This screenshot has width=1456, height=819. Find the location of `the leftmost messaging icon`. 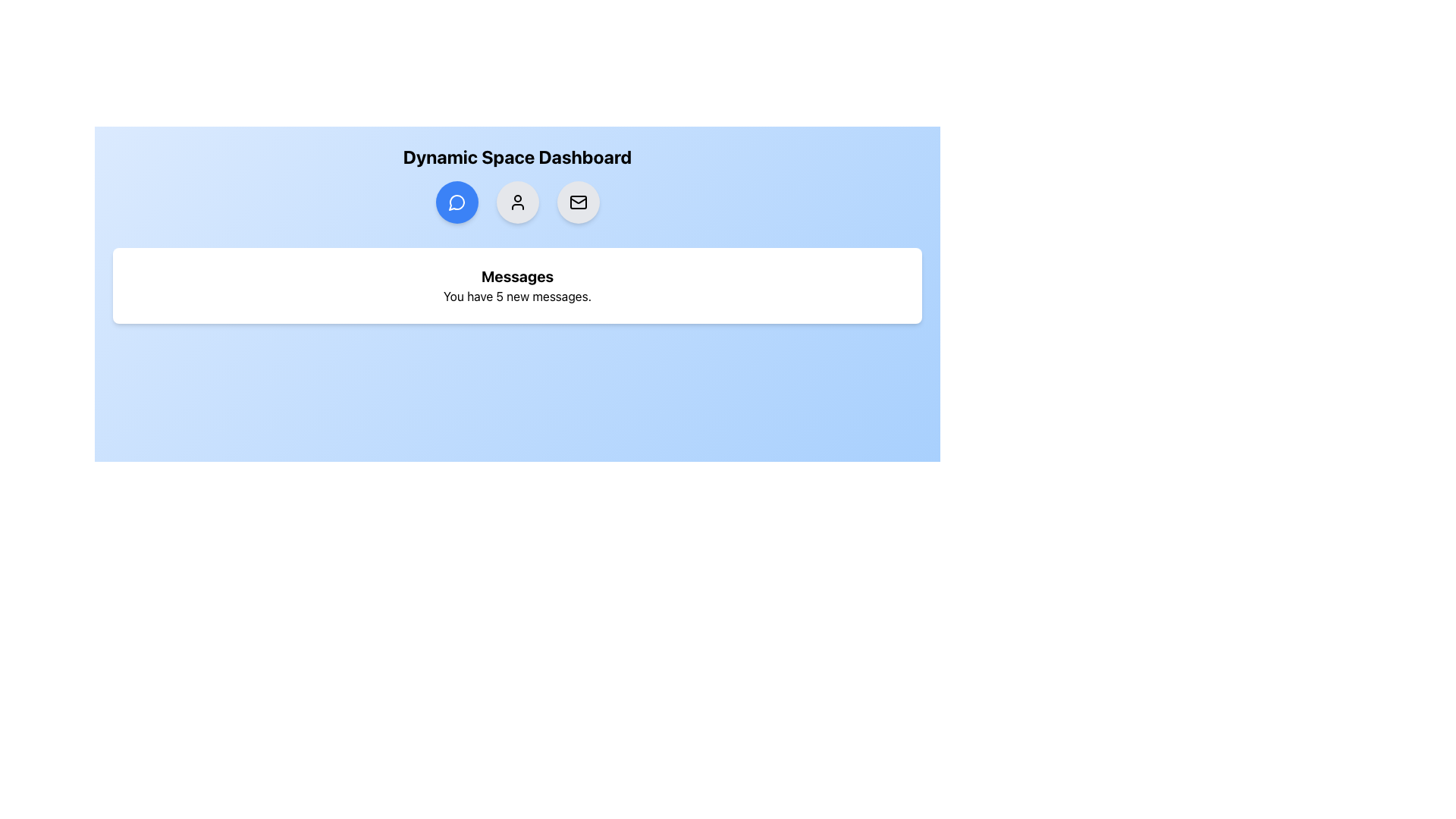

the leftmost messaging icon is located at coordinates (456, 201).